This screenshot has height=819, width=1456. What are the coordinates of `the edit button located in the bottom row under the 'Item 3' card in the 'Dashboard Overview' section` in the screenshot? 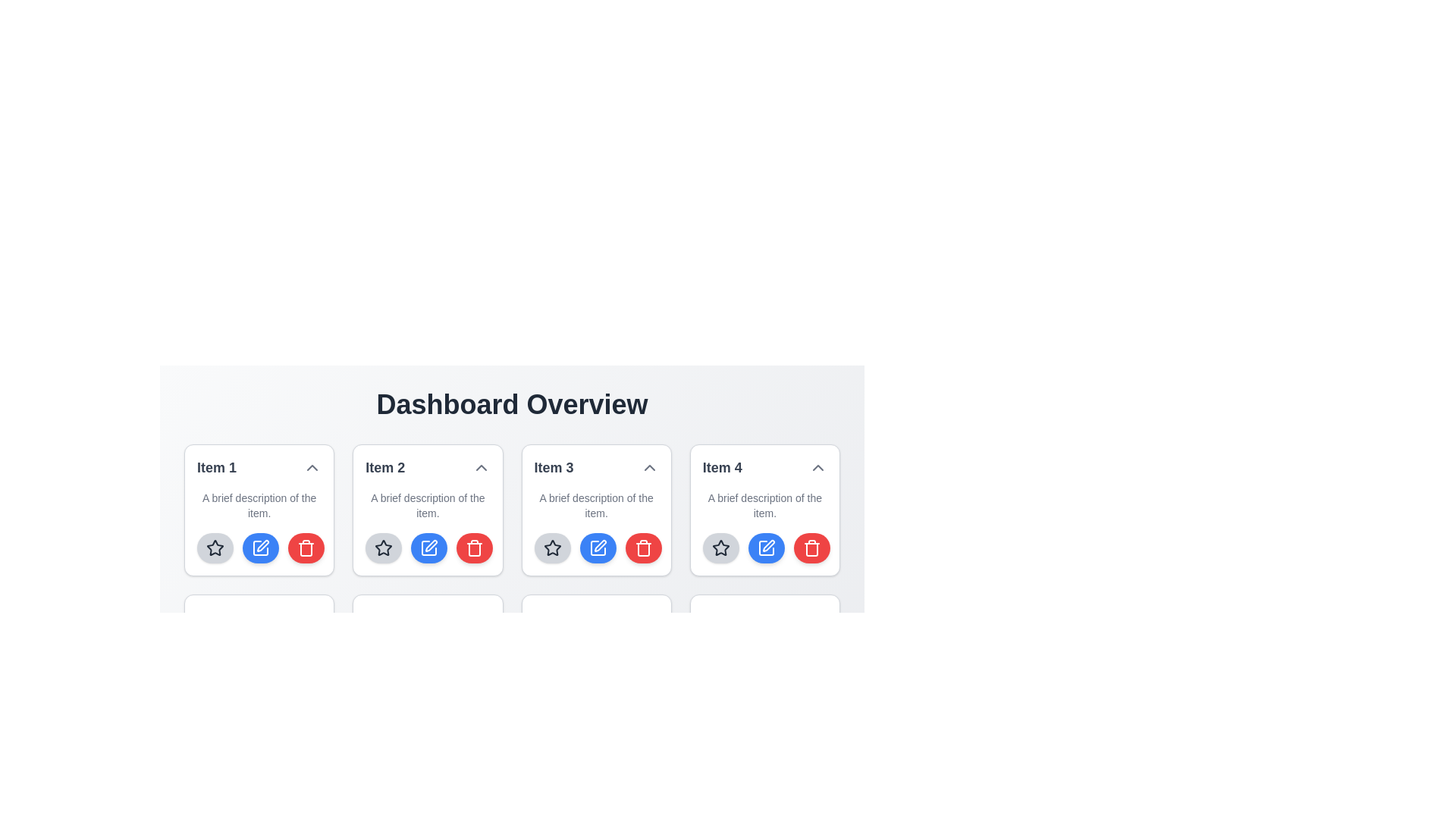 It's located at (597, 698).